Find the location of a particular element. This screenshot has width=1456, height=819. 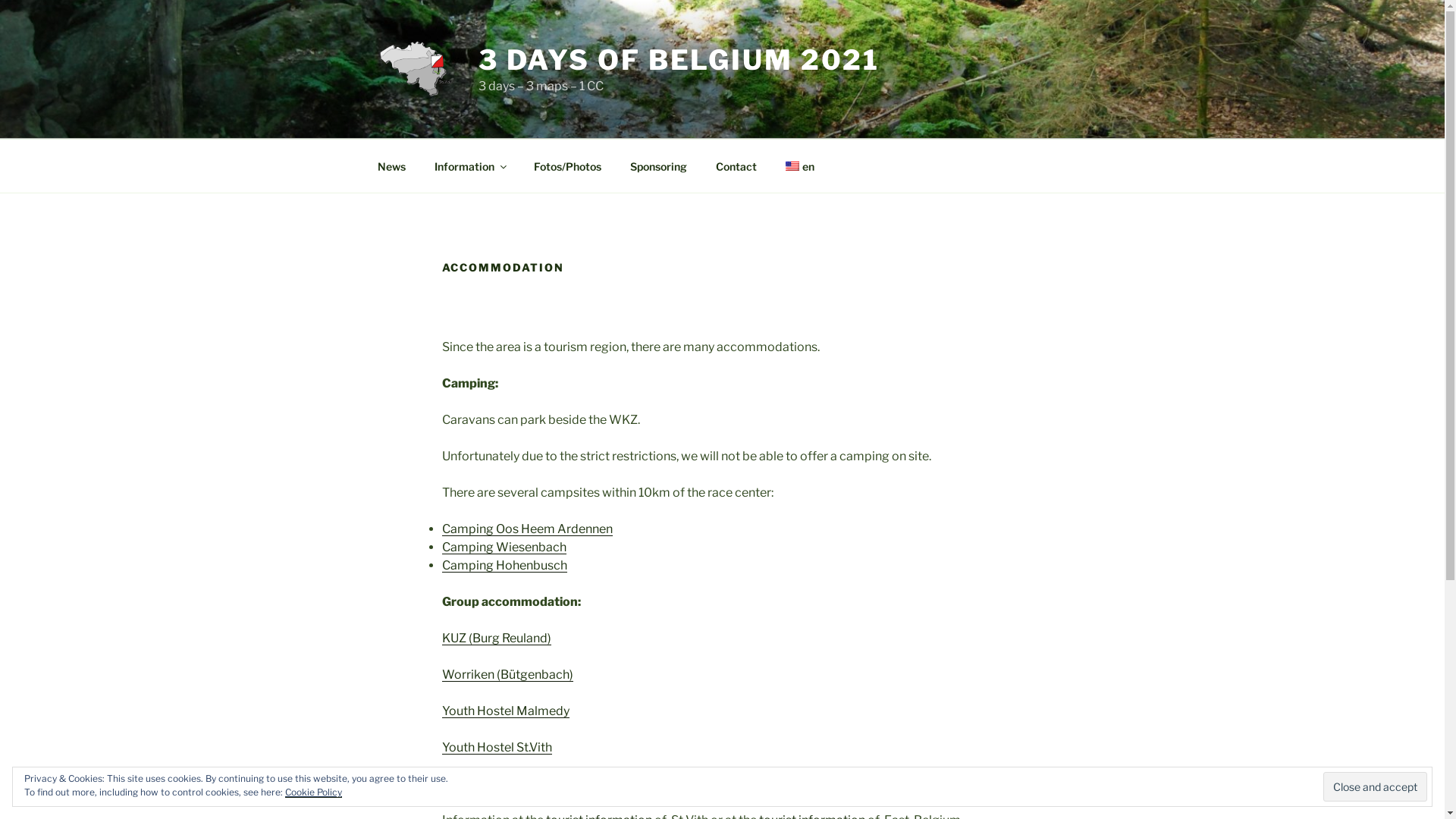

'Close and accept' is located at coordinates (1375, 786).